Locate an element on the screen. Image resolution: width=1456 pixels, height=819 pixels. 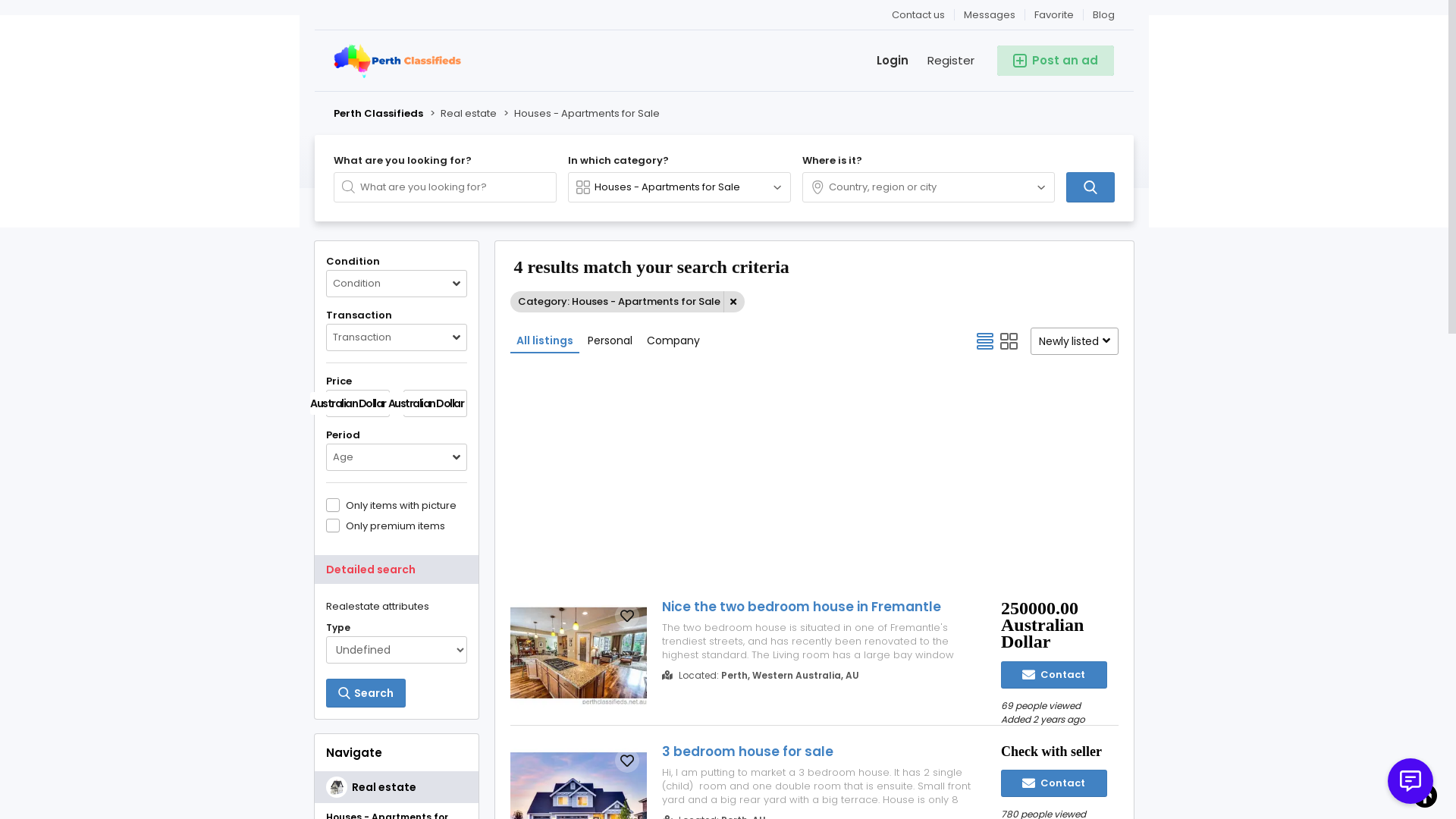
'Personal' is located at coordinates (610, 339).